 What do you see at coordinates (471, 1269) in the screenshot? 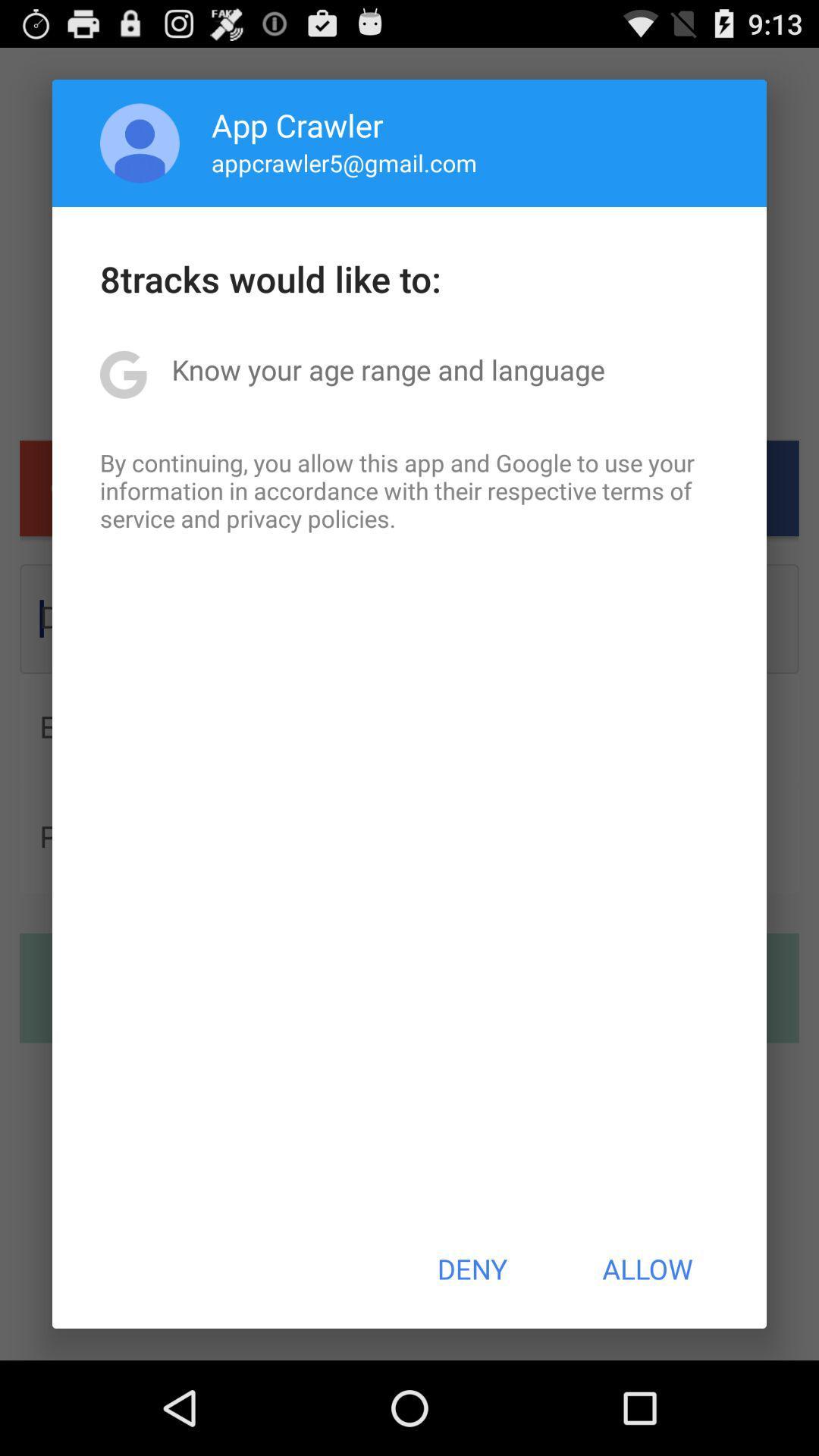
I see `the item to the left of allow icon` at bounding box center [471, 1269].